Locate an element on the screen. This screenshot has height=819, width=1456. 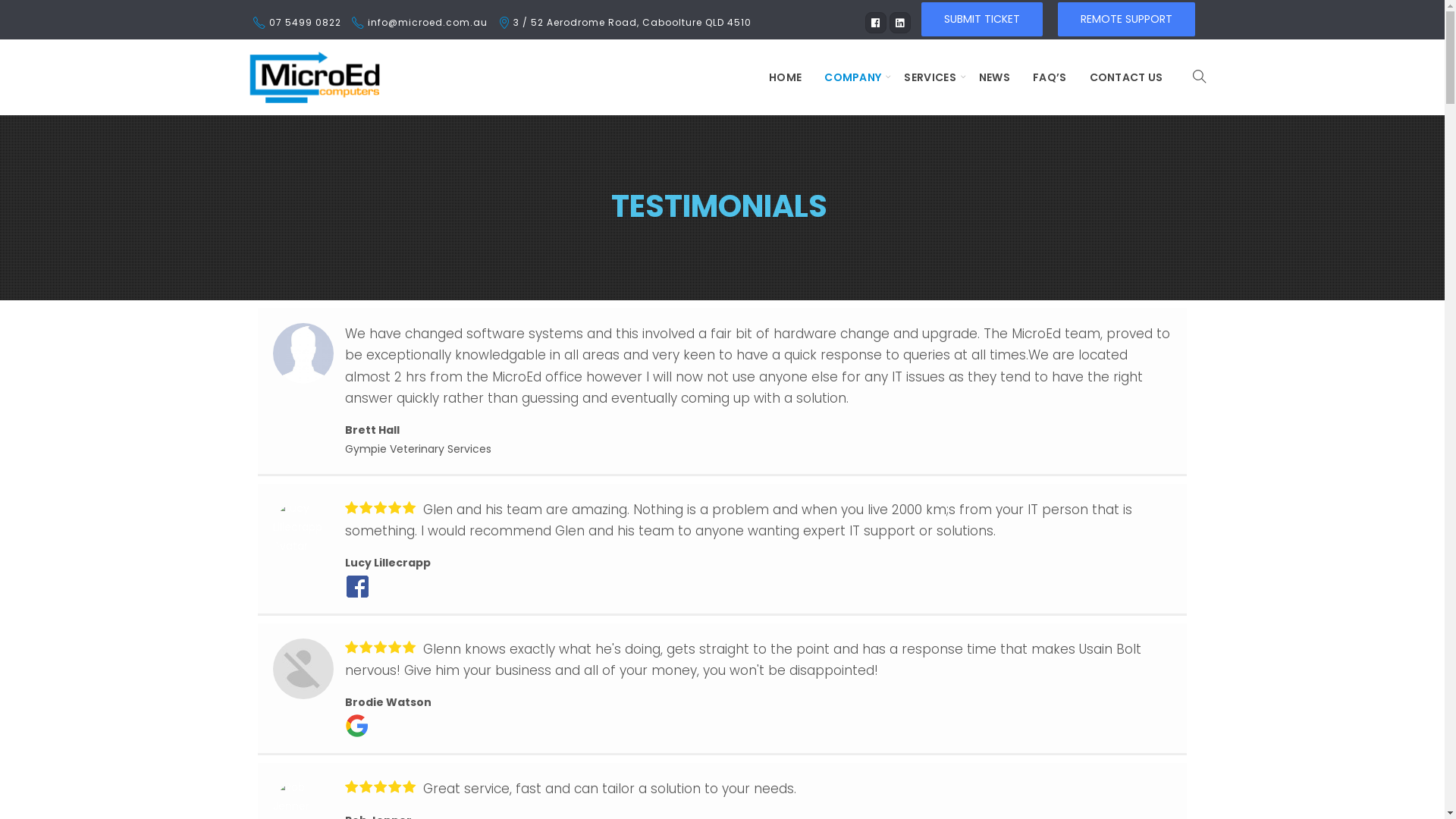
'NEWS' is located at coordinates (994, 77).